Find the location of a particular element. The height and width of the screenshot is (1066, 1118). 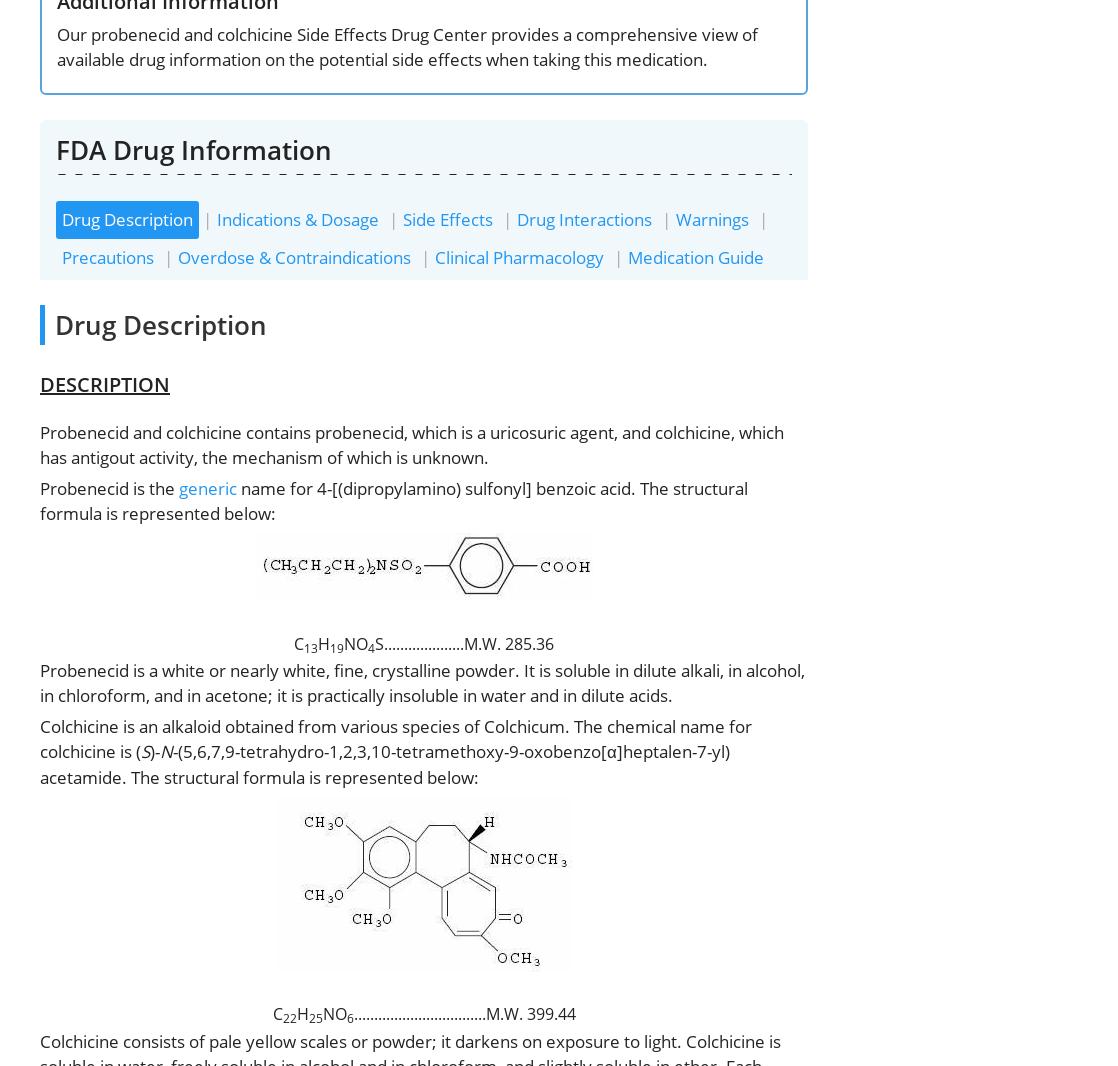

'Our probenecid and colchicine Side Effects Drug Center provides a comprehensive view of available drug information on the potential side effects when taking this medication.' is located at coordinates (406, 45).